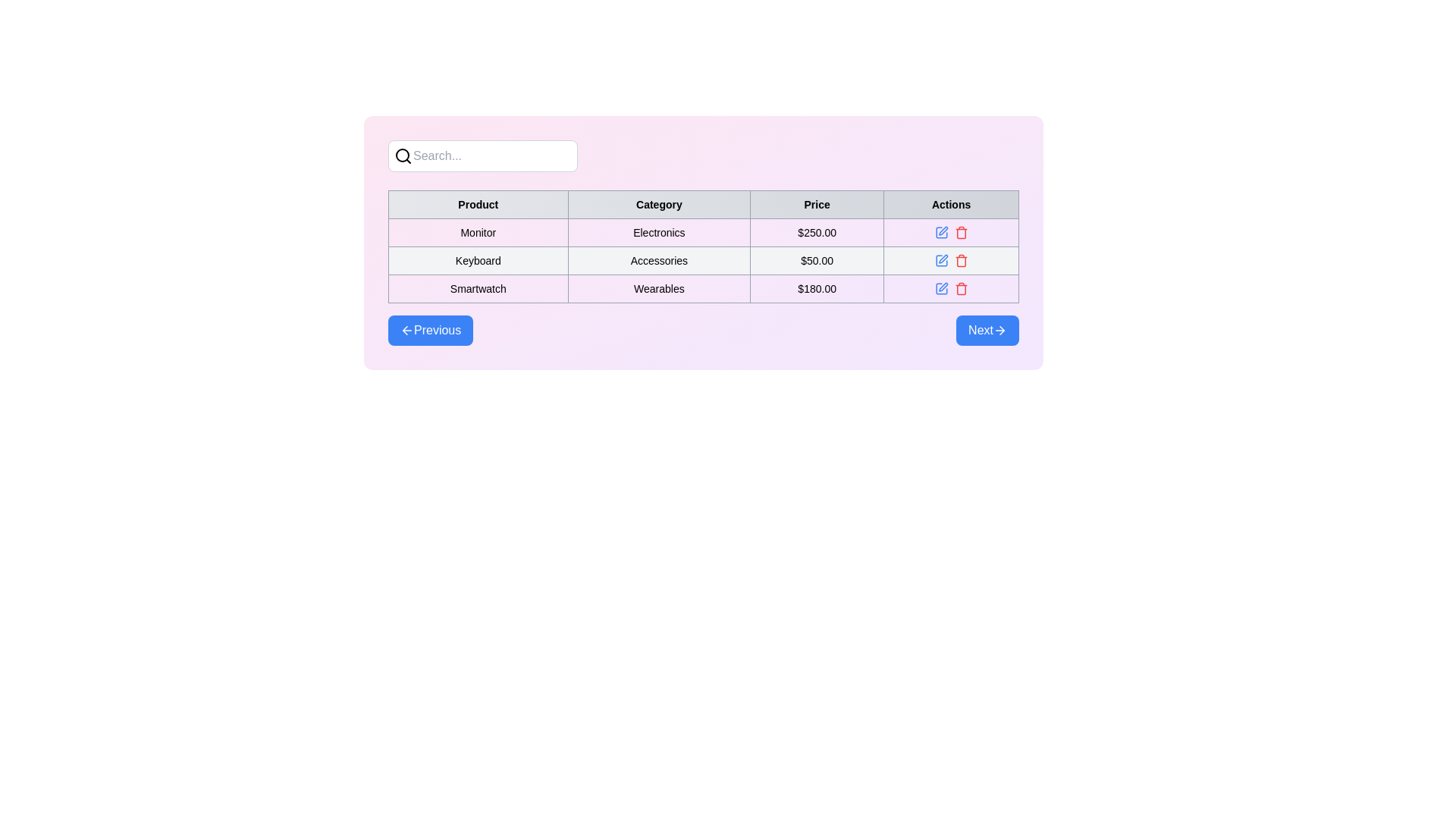  Describe the element at coordinates (430, 329) in the screenshot. I see `the 'Previous' button located at the bottom left corner of the product table card` at that location.